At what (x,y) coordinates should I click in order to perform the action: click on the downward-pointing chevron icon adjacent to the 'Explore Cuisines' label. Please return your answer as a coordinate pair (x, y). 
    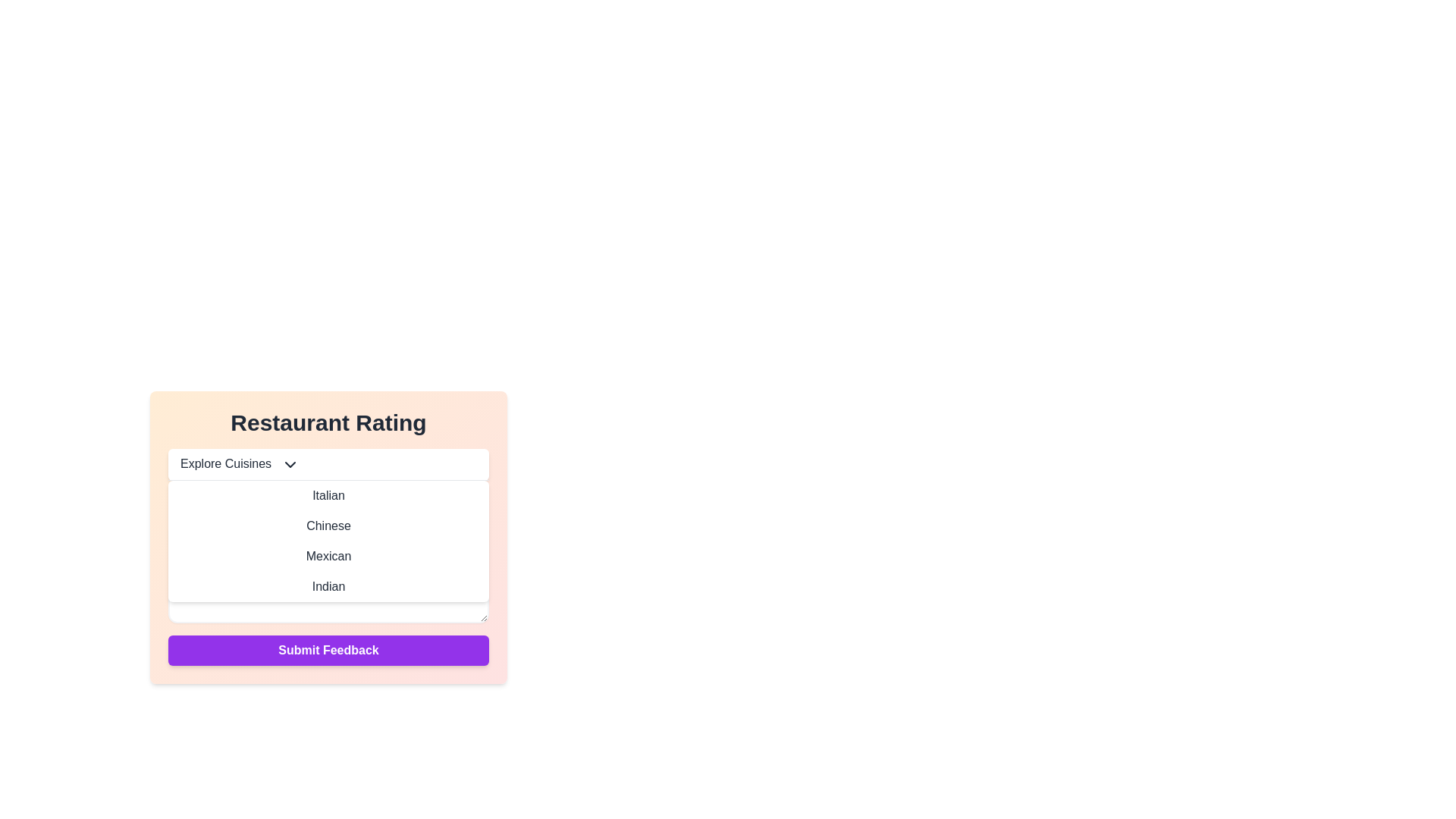
    Looking at the image, I should click on (290, 463).